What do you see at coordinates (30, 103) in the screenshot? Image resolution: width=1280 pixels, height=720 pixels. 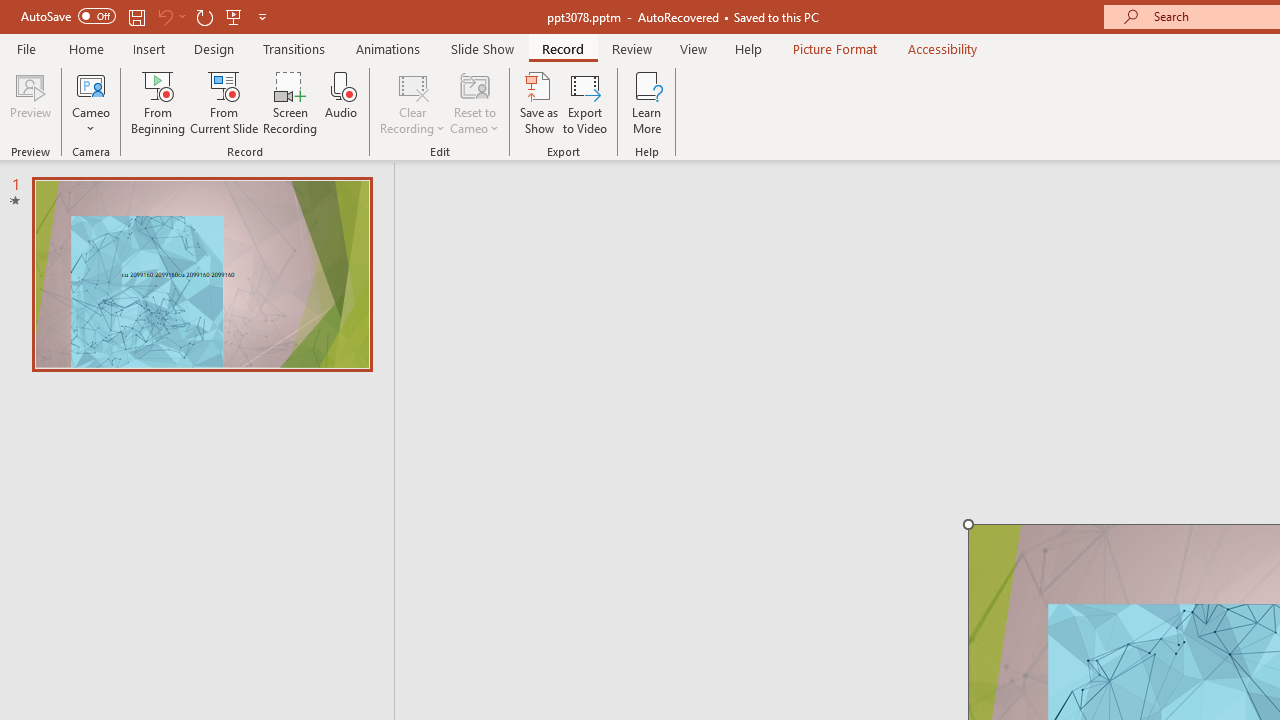 I see `'Preview'` at bounding box center [30, 103].